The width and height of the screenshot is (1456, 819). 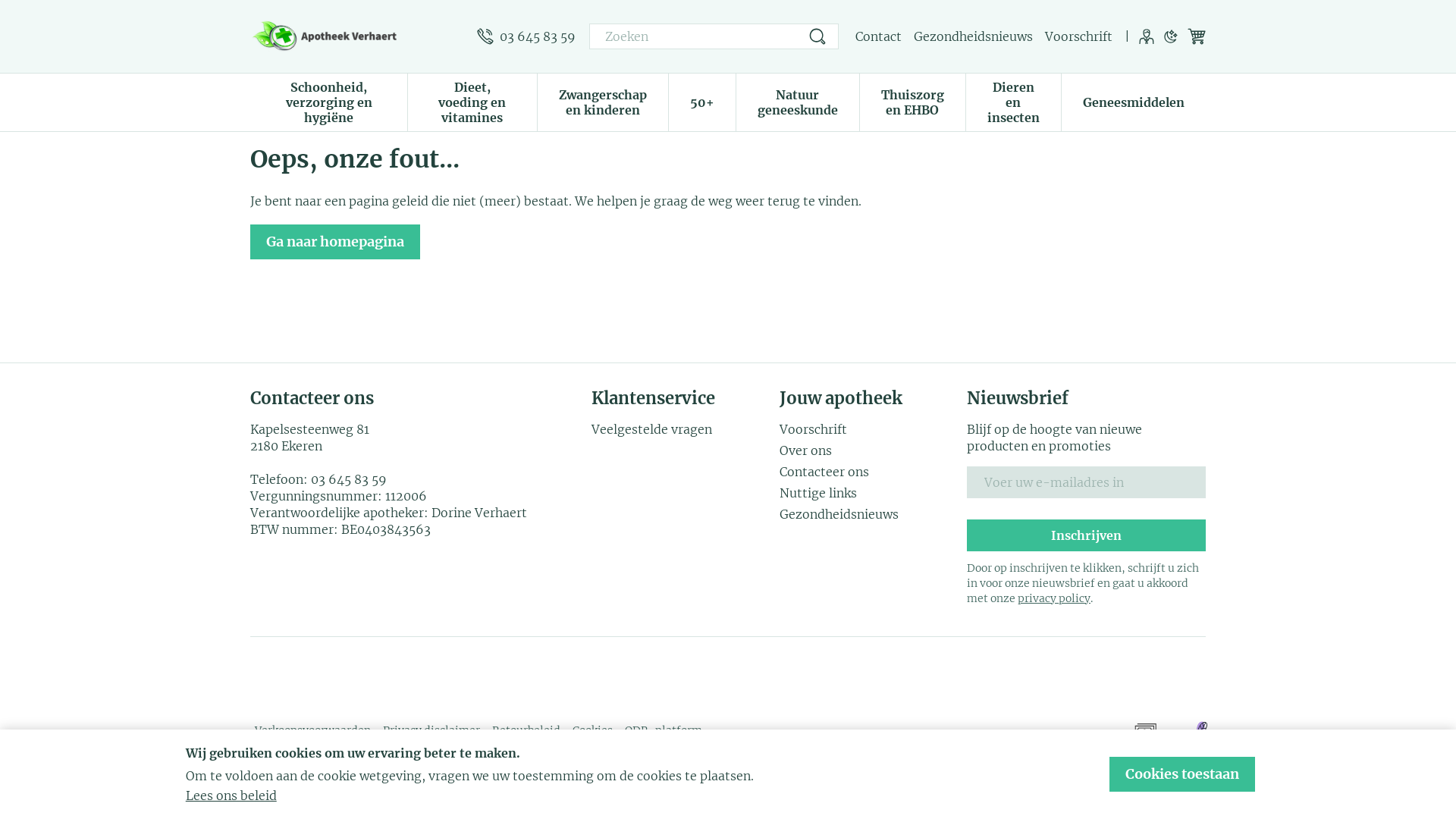 What do you see at coordinates (1013, 100) in the screenshot?
I see `'Dieren en insecten'` at bounding box center [1013, 100].